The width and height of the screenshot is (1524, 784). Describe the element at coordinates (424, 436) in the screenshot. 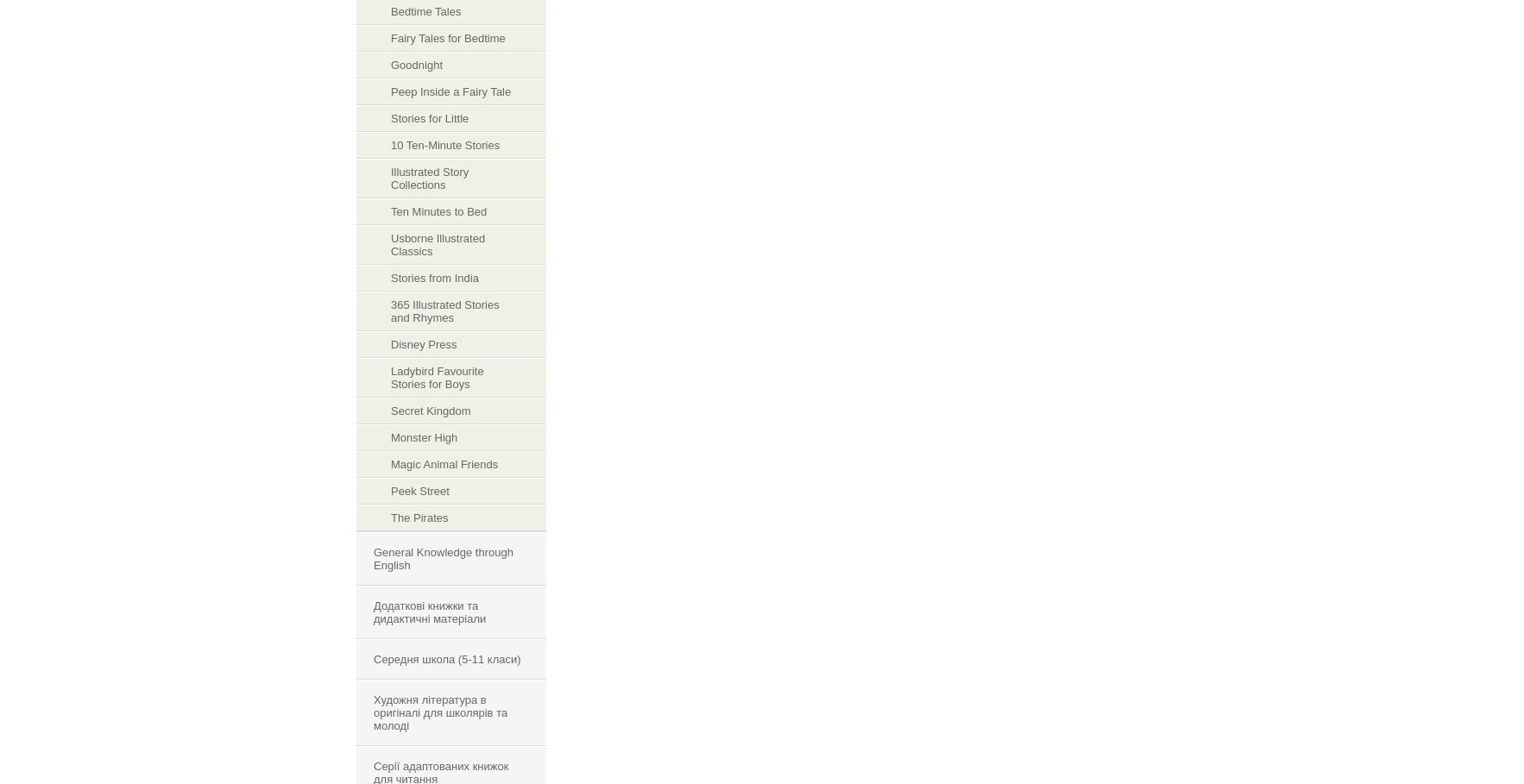

I see `'Monster High'` at that location.